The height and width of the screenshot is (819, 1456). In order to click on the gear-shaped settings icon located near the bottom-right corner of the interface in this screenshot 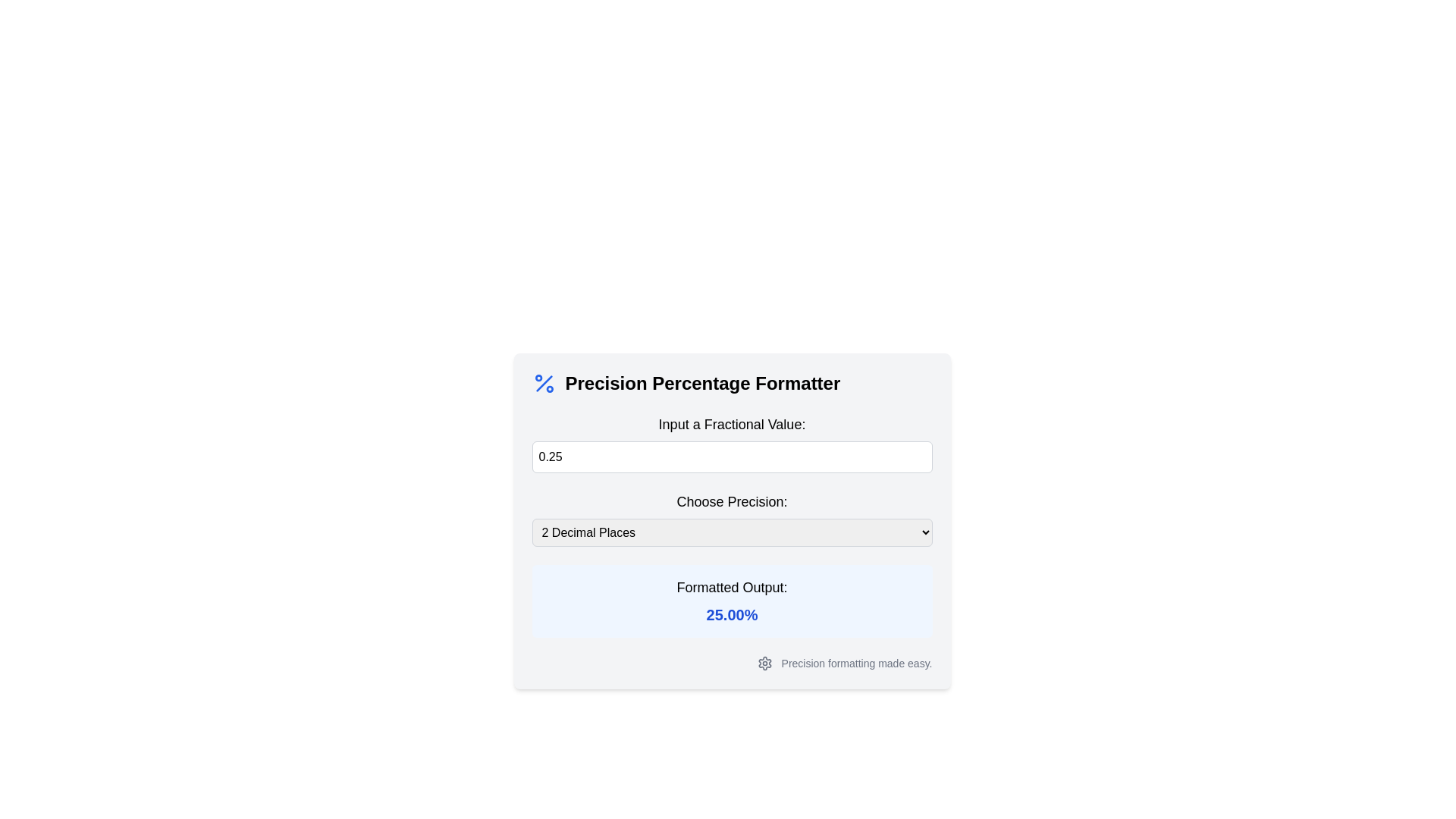, I will do `click(764, 663)`.